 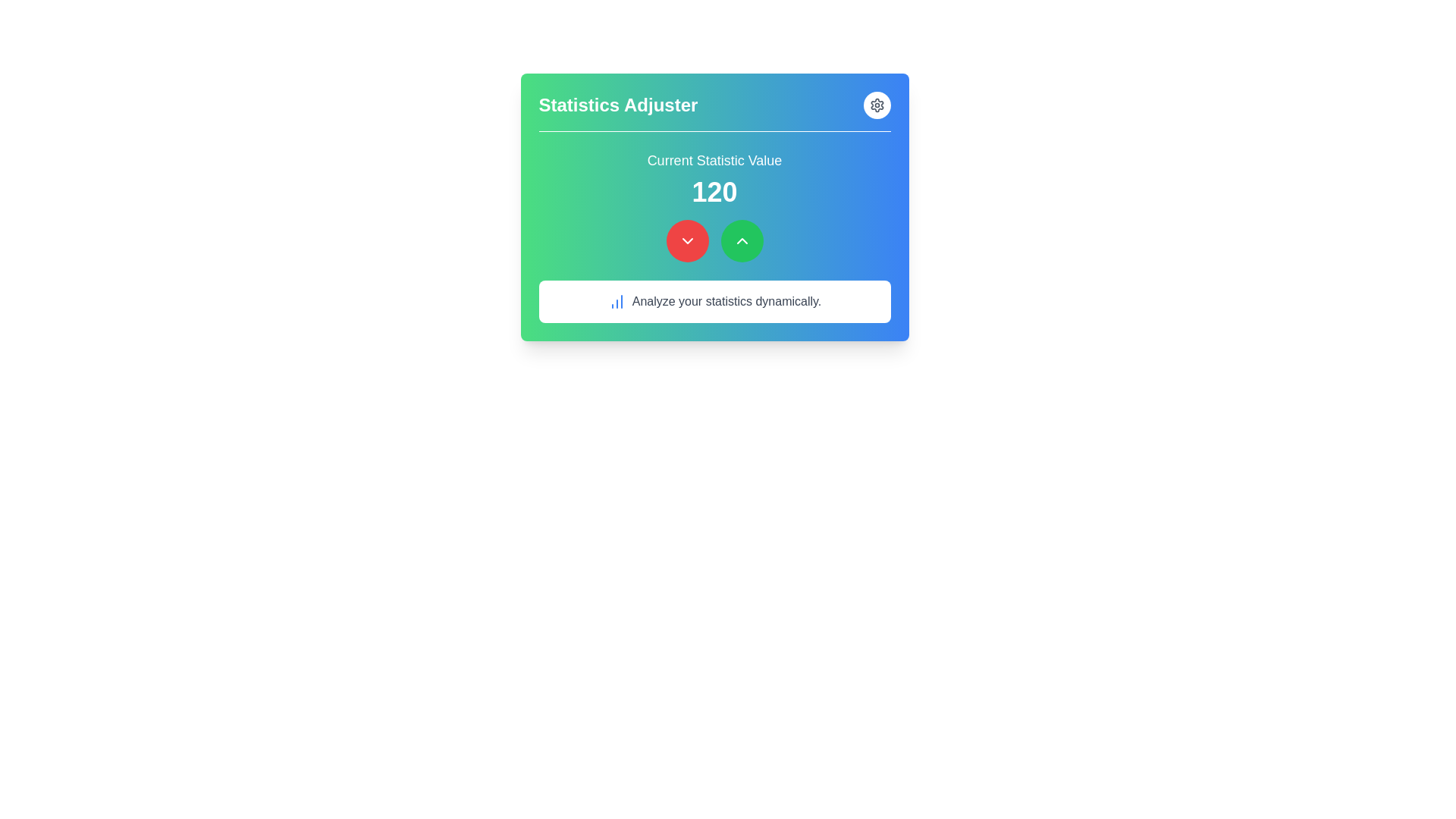 What do you see at coordinates (617, 301) in the screenshot?
I see `the icon that represents 'Analyze your statistics dynamically,' located at the bottom left of the card` at bounding box center [617, 301].